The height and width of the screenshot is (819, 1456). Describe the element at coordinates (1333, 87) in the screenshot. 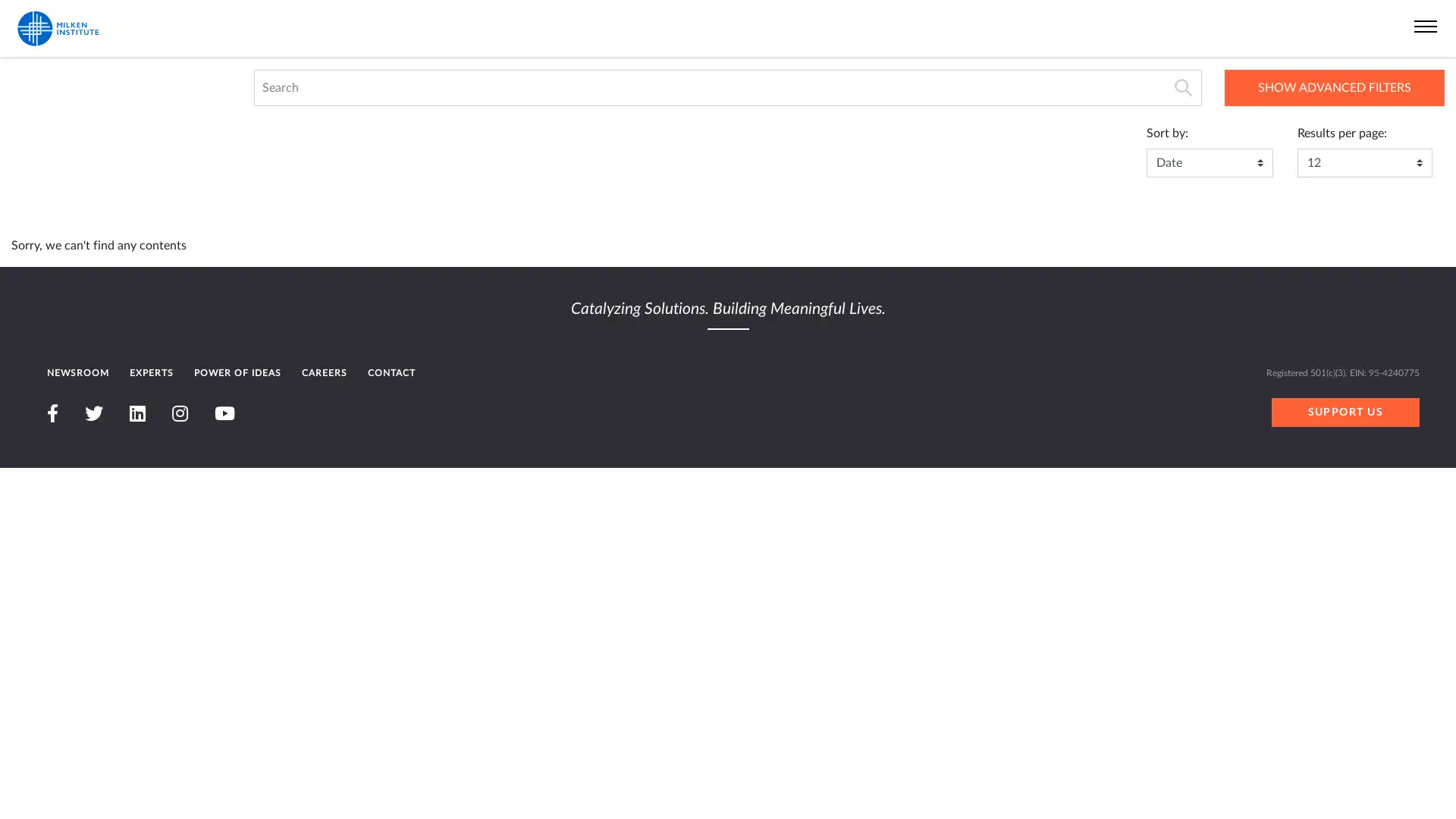

I see `SHOW ADVANCED FILTERS` at that location.